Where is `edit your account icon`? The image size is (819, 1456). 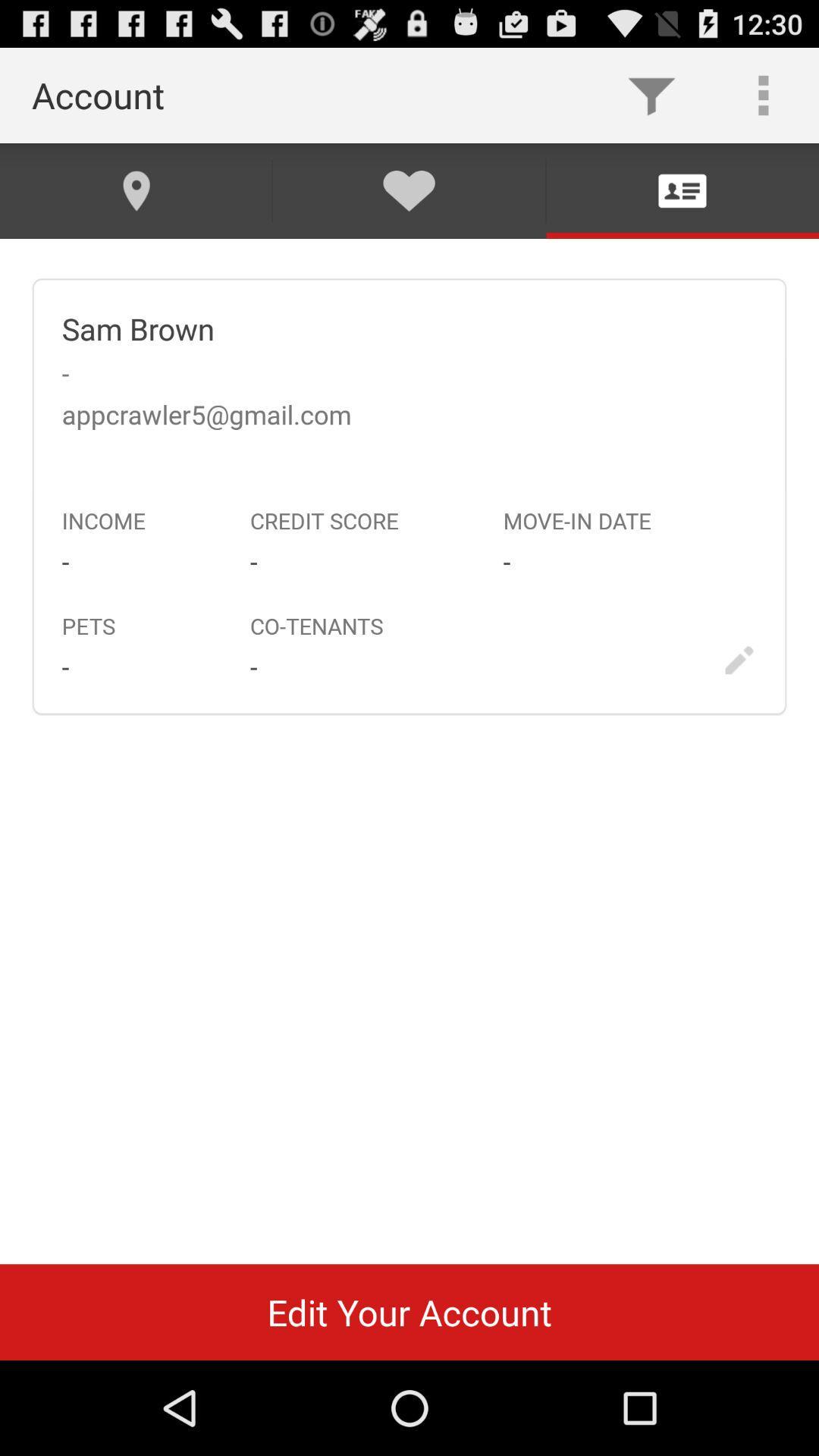 edit your account icon is located at coordinates (409, 1311).